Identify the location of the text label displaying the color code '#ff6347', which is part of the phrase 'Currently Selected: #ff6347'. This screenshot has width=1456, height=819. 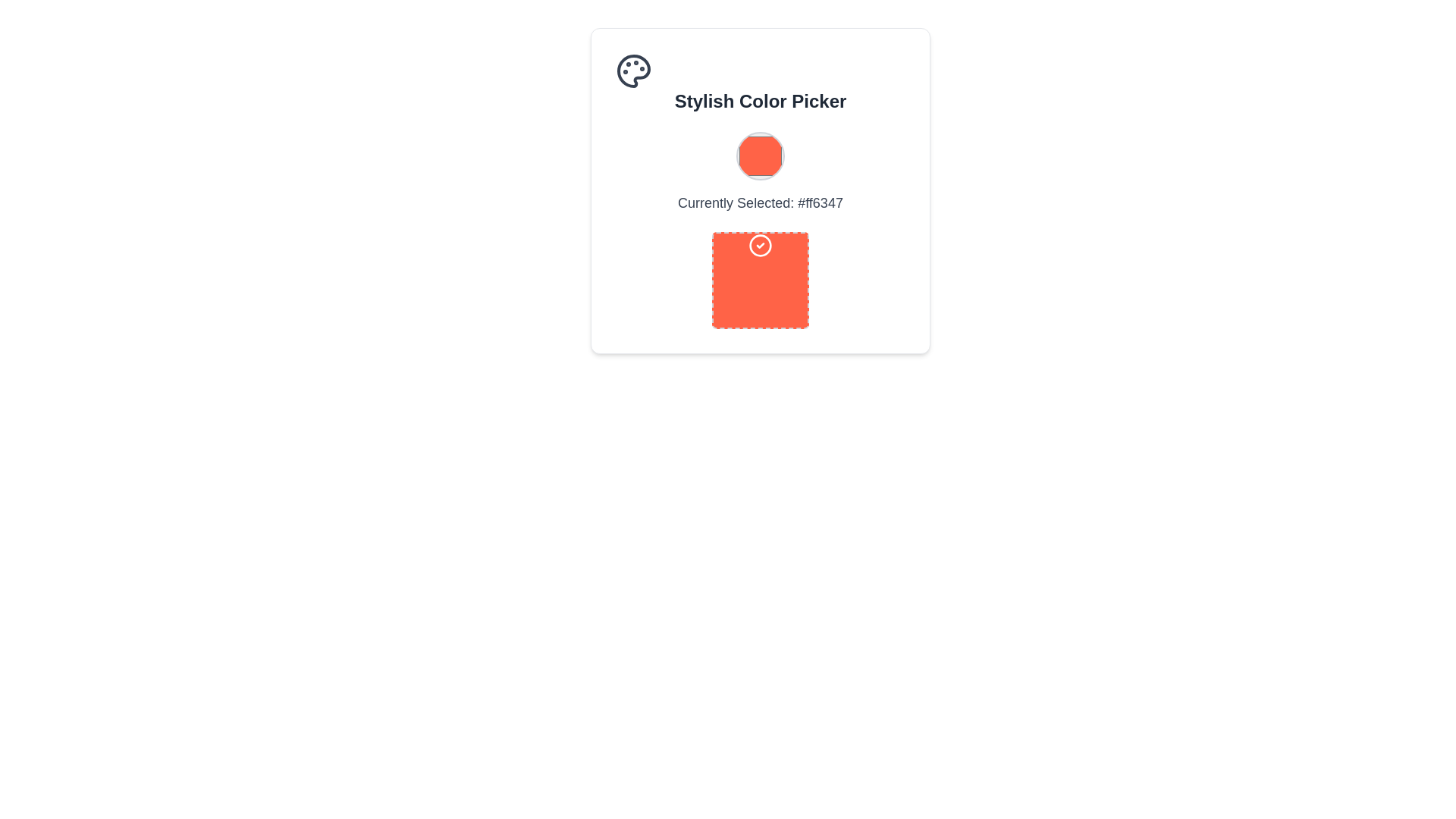
(820, 202).